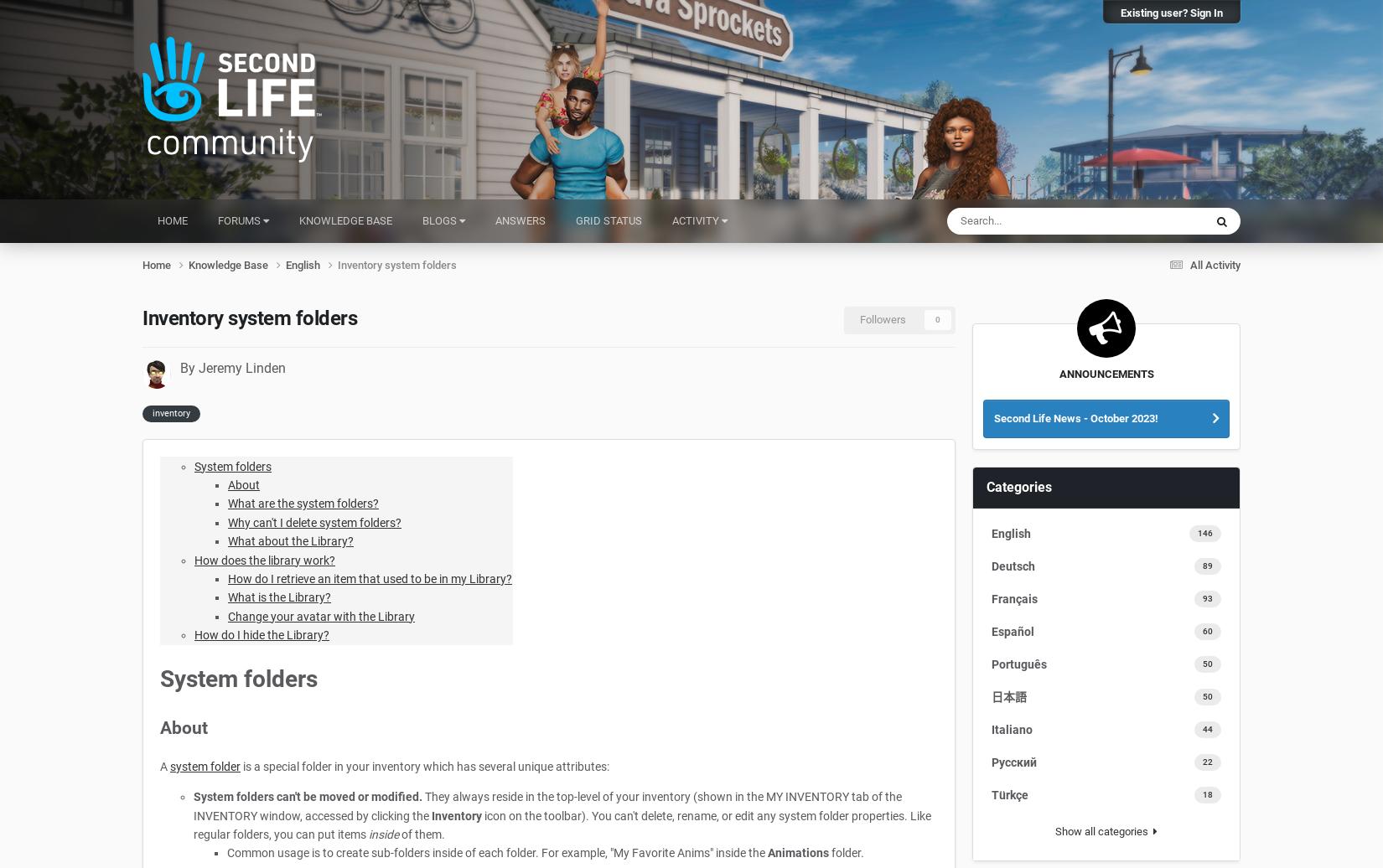 This screenshot has width=1383, height=868. Describe the element at coordinates (798, 852) in the screenshot. I see `'Animations'` at that location.